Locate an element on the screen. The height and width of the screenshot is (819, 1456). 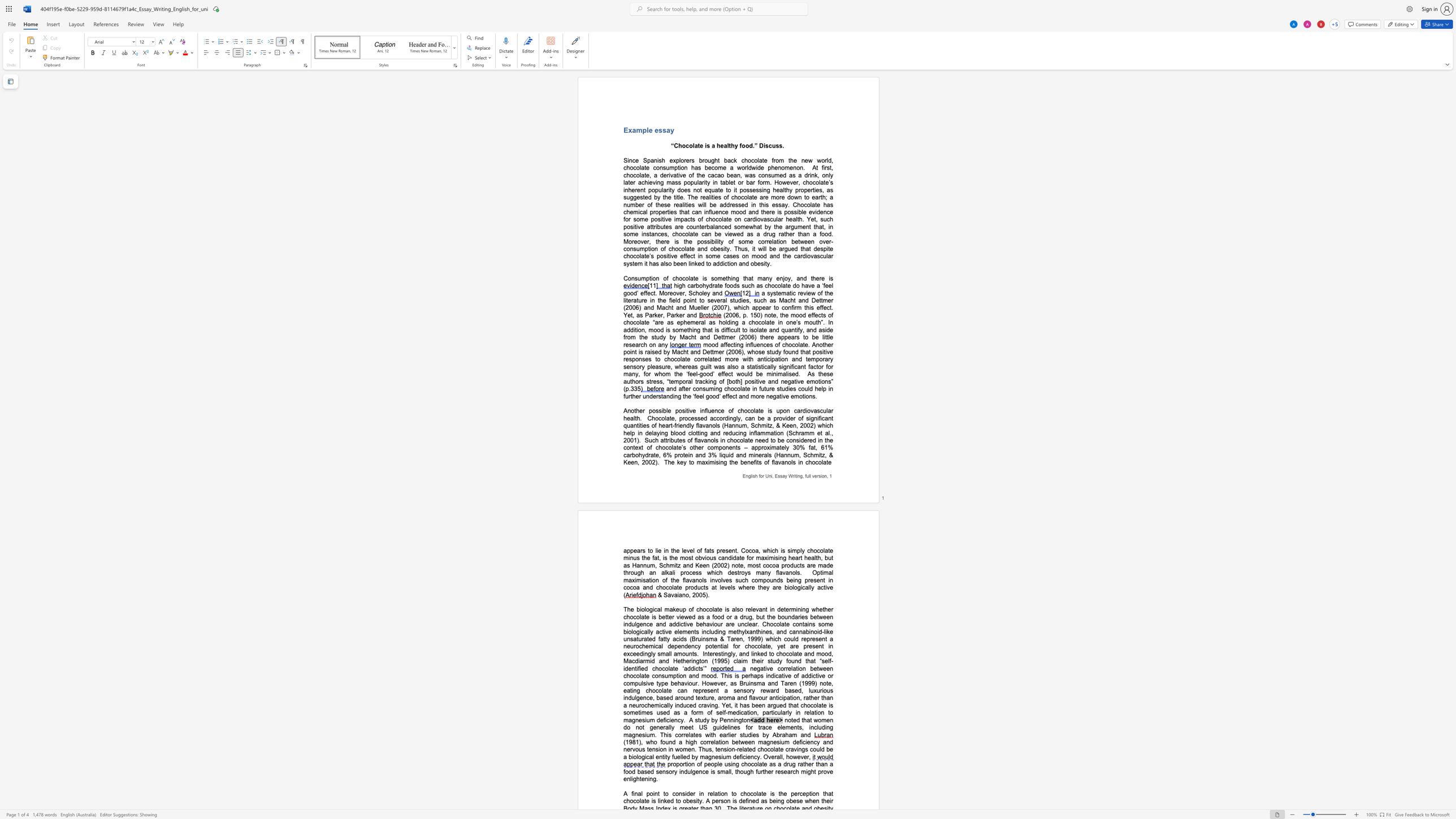
the space between the continuous character "a" and "y" in the text is located at coordinates (670, 129).